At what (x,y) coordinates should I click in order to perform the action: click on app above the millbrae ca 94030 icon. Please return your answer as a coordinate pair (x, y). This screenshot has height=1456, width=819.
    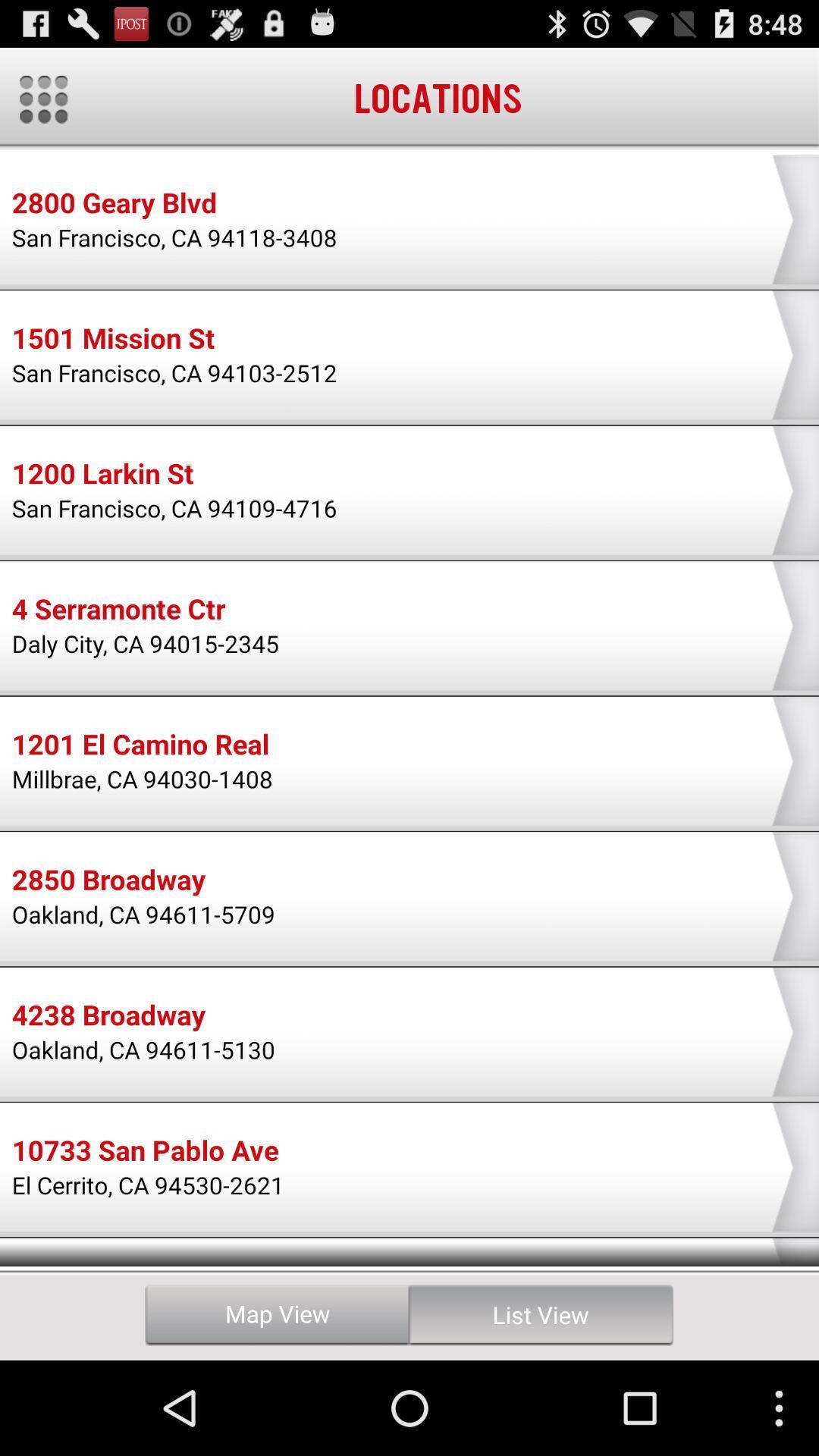
    Looking at the image, I should click on (140, 746).